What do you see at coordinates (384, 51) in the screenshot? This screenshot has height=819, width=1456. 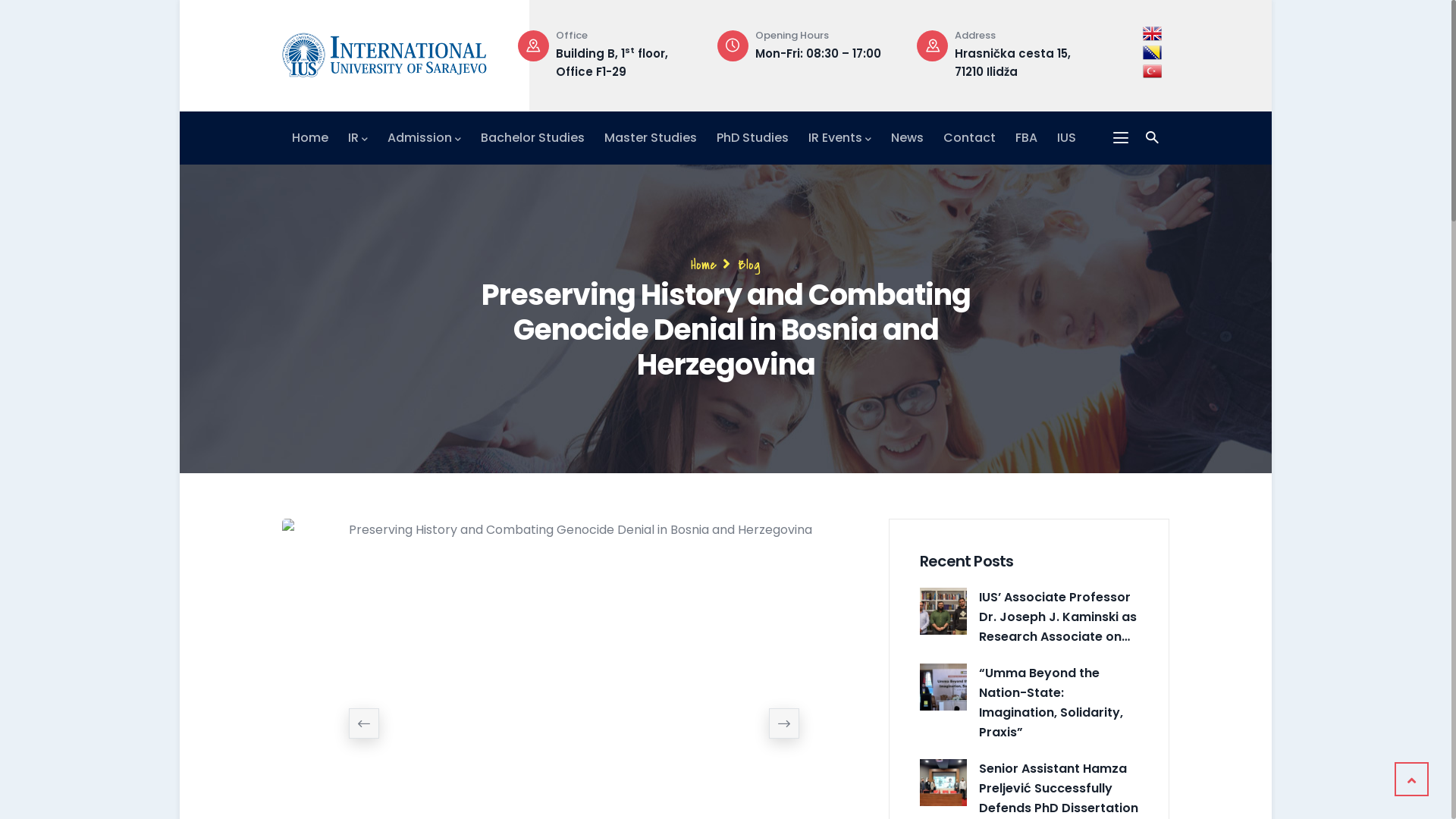 I see `'Home'` at bounding box center [384, 51].